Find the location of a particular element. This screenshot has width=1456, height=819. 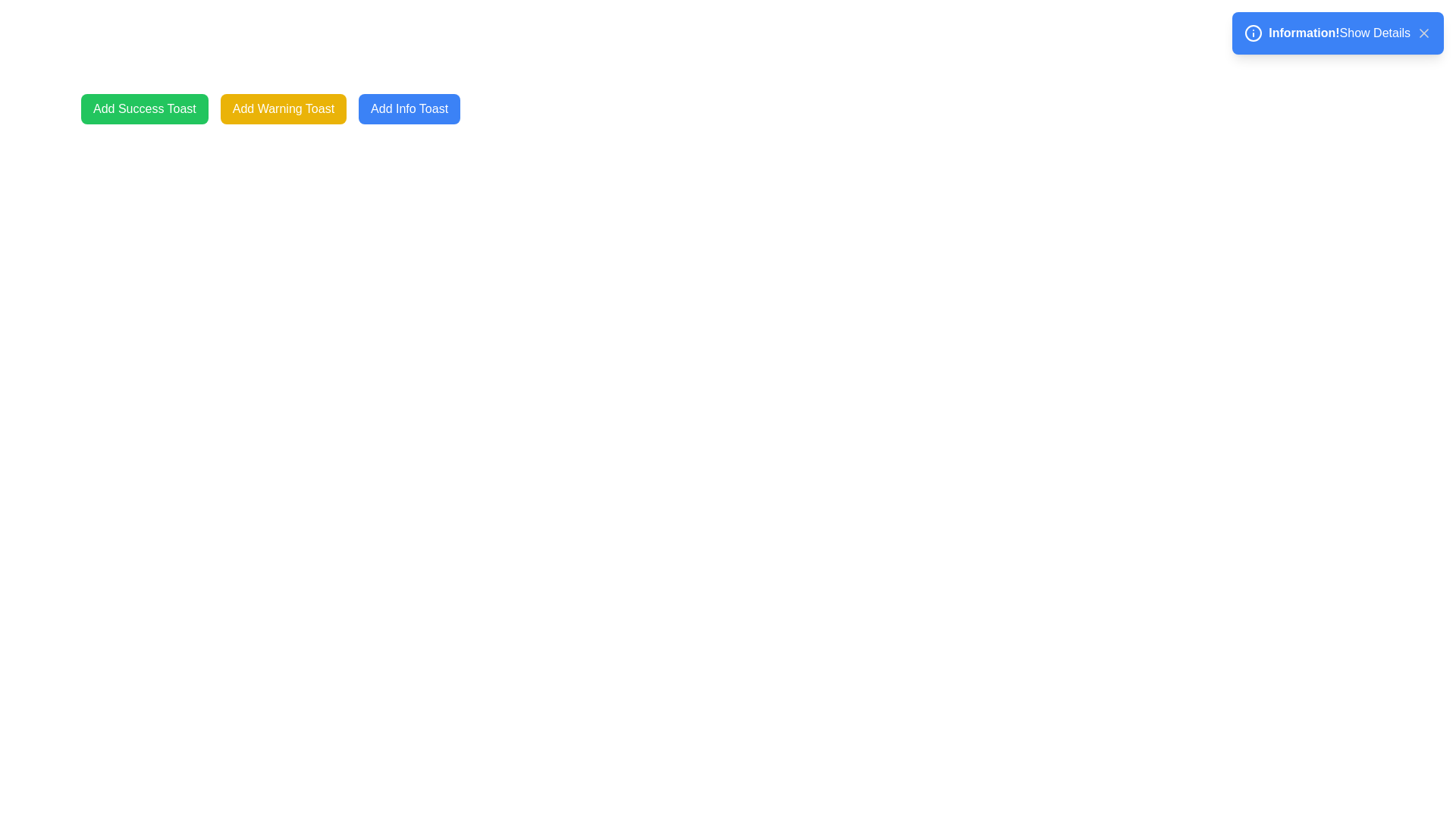

the 'Add Warning Toast' button, which is the second button in a horizontal group of three buttons used for generating different toast messages is located at coordinates (284, 108).